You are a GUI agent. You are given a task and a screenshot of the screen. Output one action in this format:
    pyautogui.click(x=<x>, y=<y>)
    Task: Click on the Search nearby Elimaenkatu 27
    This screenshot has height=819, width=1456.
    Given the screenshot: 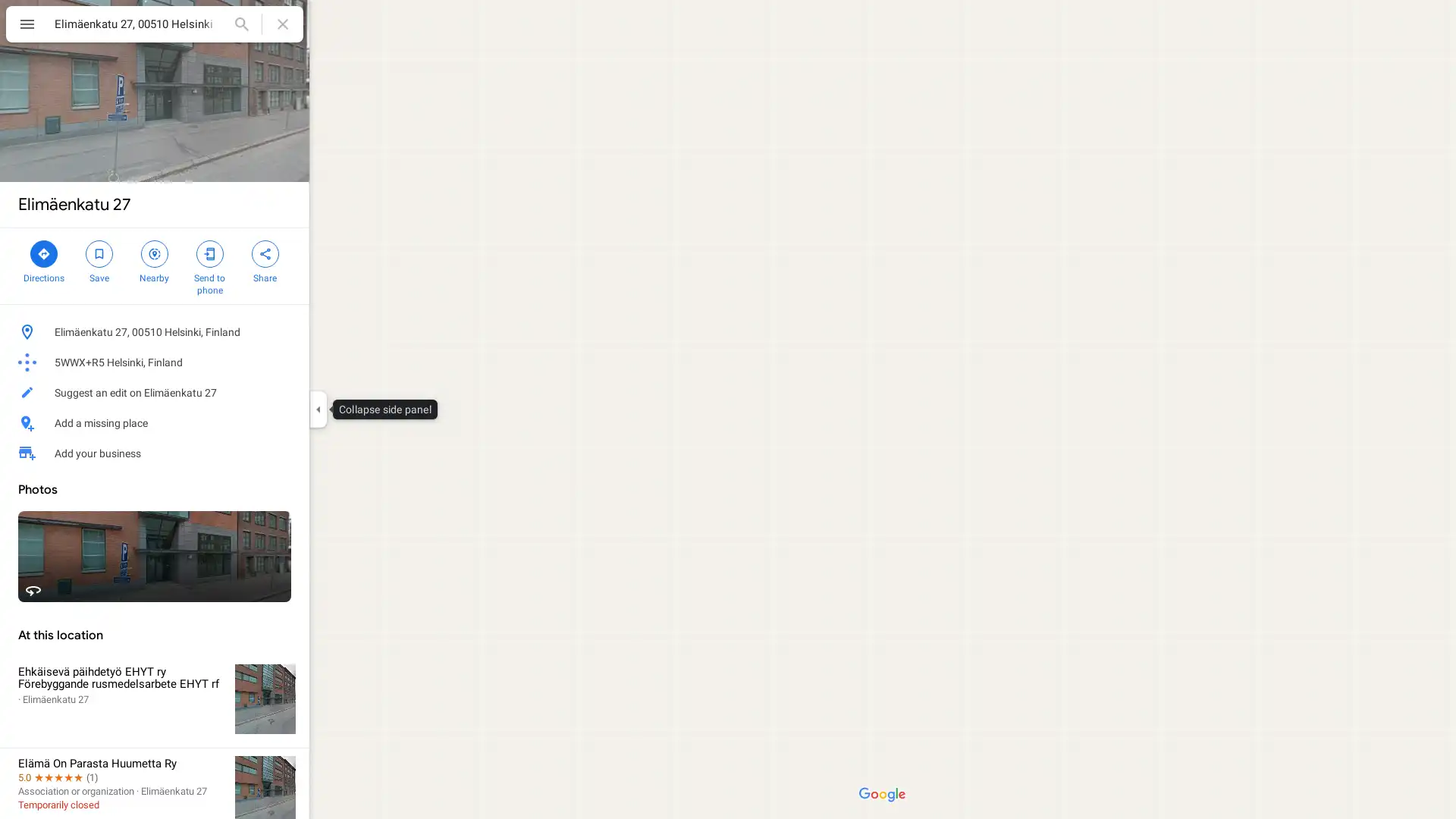 What is the action you would take?
    pyautogui.click(x=154, y=259)
    